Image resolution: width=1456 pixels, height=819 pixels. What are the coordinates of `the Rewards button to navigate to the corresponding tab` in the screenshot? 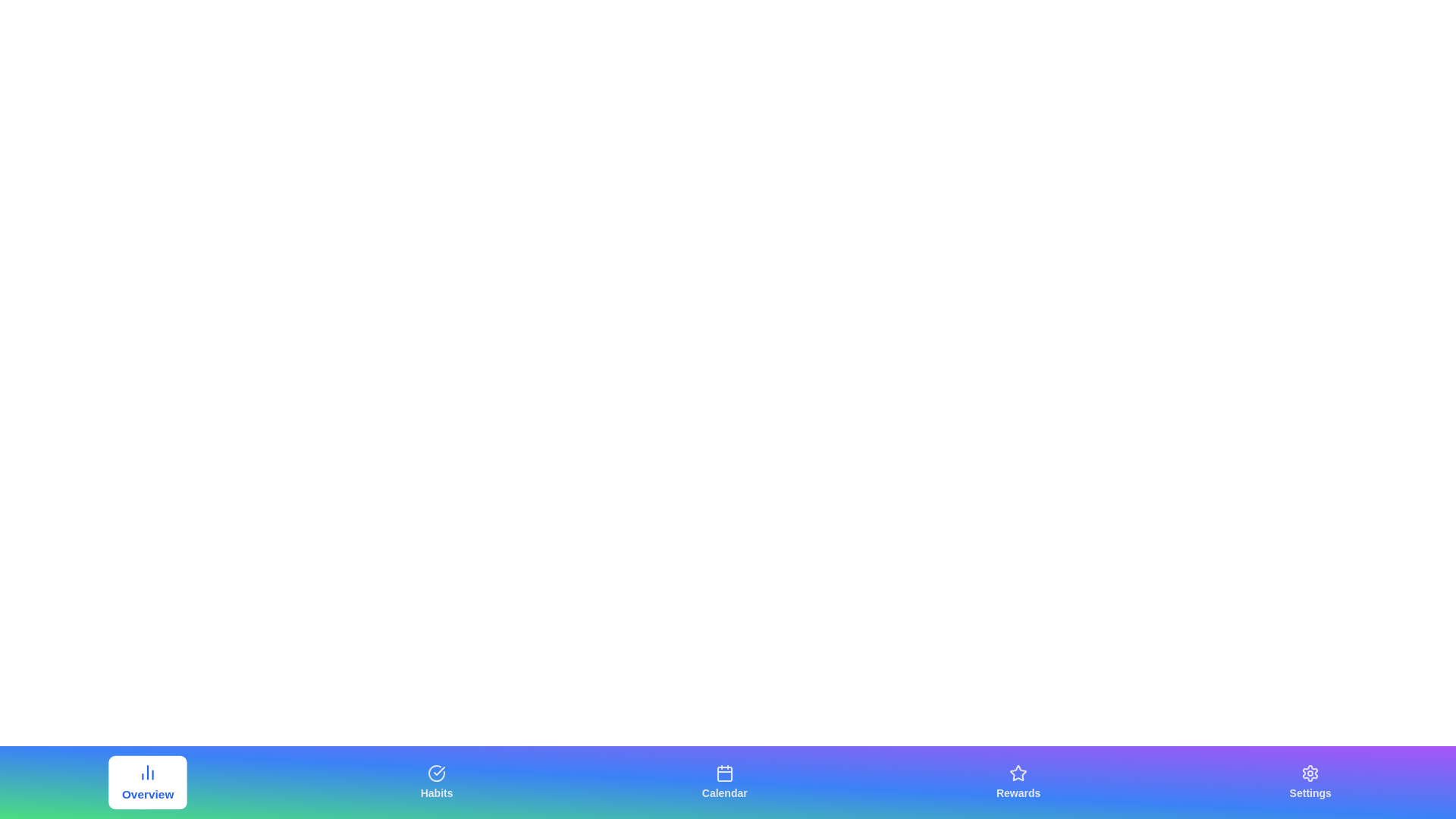 It's located at (1018, 783).